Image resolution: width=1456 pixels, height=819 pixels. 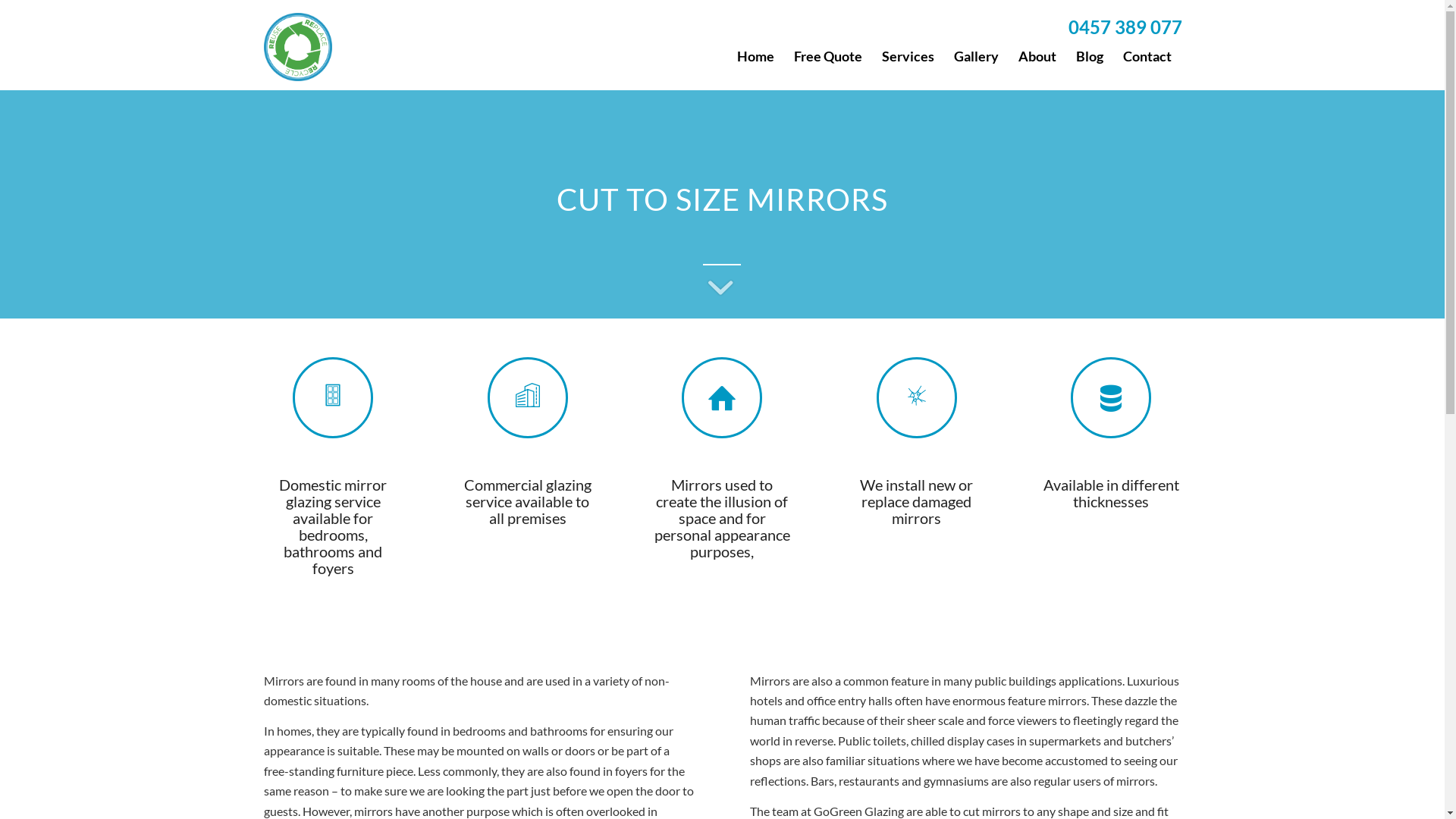 What do you see at coordinates (1088, 55) in the screenshot?
I see `'Blog'` at bounding box center [1088, 55].